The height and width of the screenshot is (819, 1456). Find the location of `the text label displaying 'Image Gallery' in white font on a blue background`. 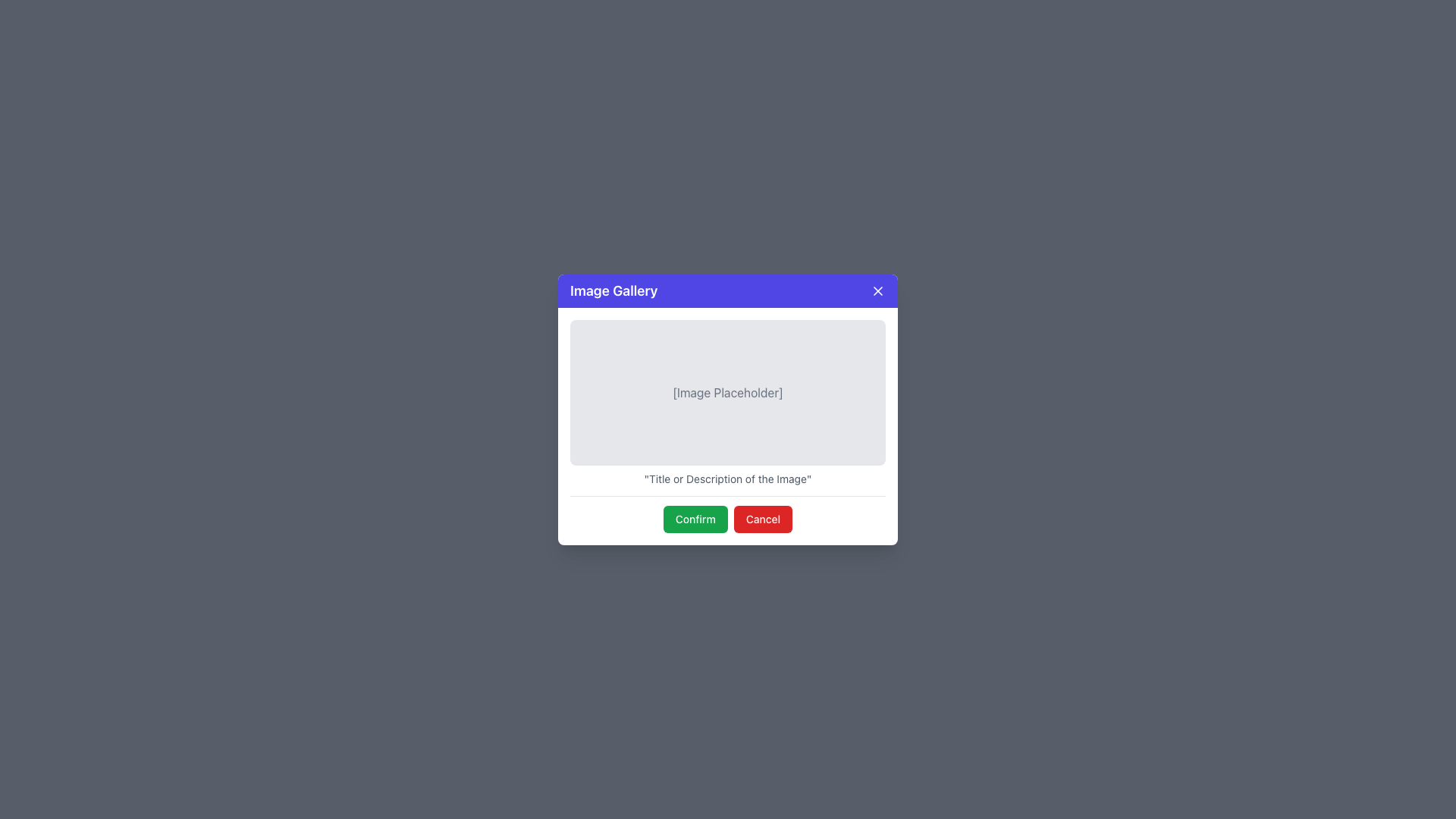

the text label displaying 'Image Gallery' in white font on a blue background is located at coordinates (613, 290).